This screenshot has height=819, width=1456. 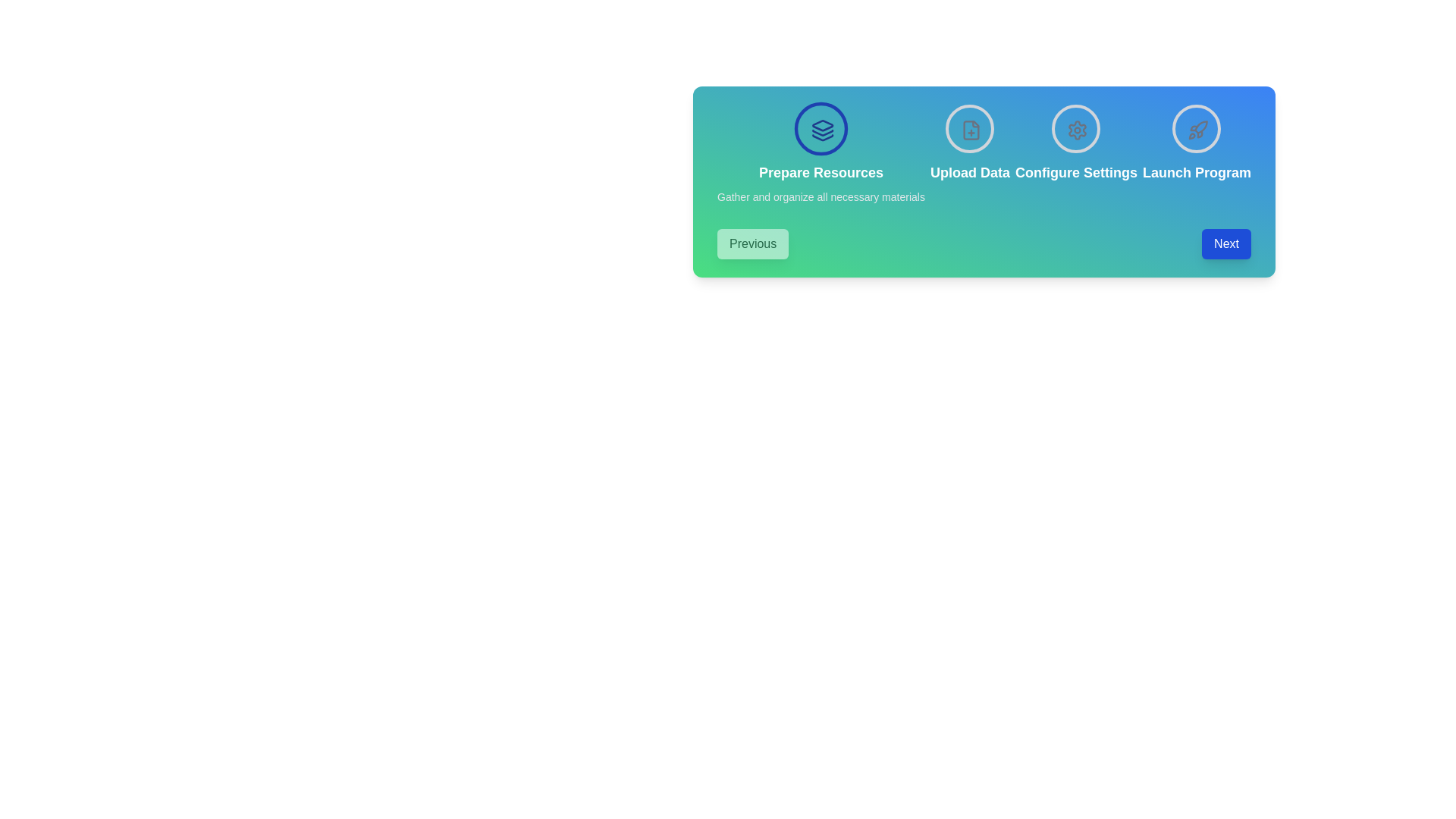 I want to click on 'Previous' button to navigate to the previous step, so click(x=753, y=243).